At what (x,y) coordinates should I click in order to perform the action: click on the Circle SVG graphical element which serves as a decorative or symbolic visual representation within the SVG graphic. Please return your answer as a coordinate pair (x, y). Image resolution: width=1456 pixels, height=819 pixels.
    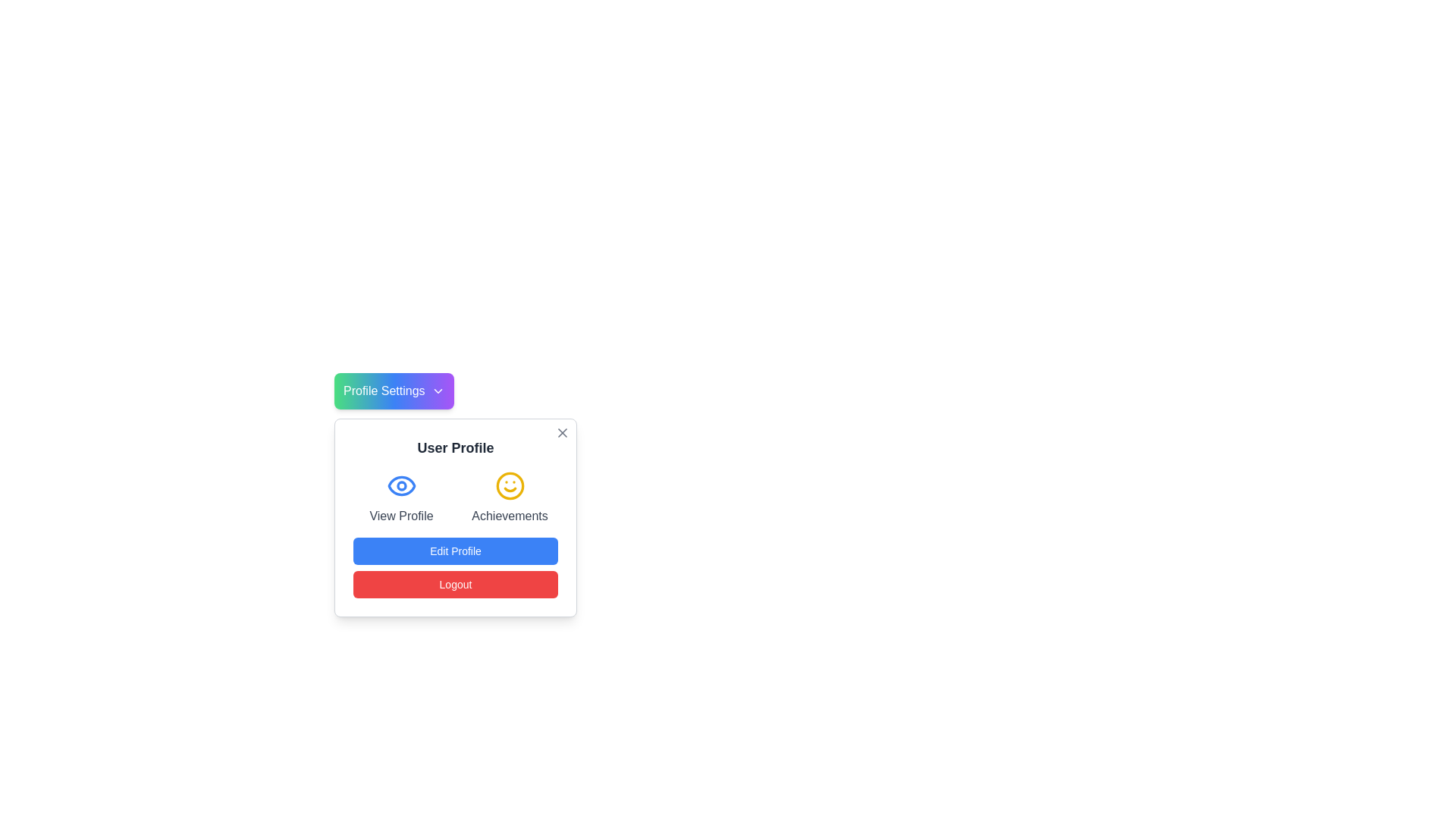
    Looking at the image, I should click on (401, 485).